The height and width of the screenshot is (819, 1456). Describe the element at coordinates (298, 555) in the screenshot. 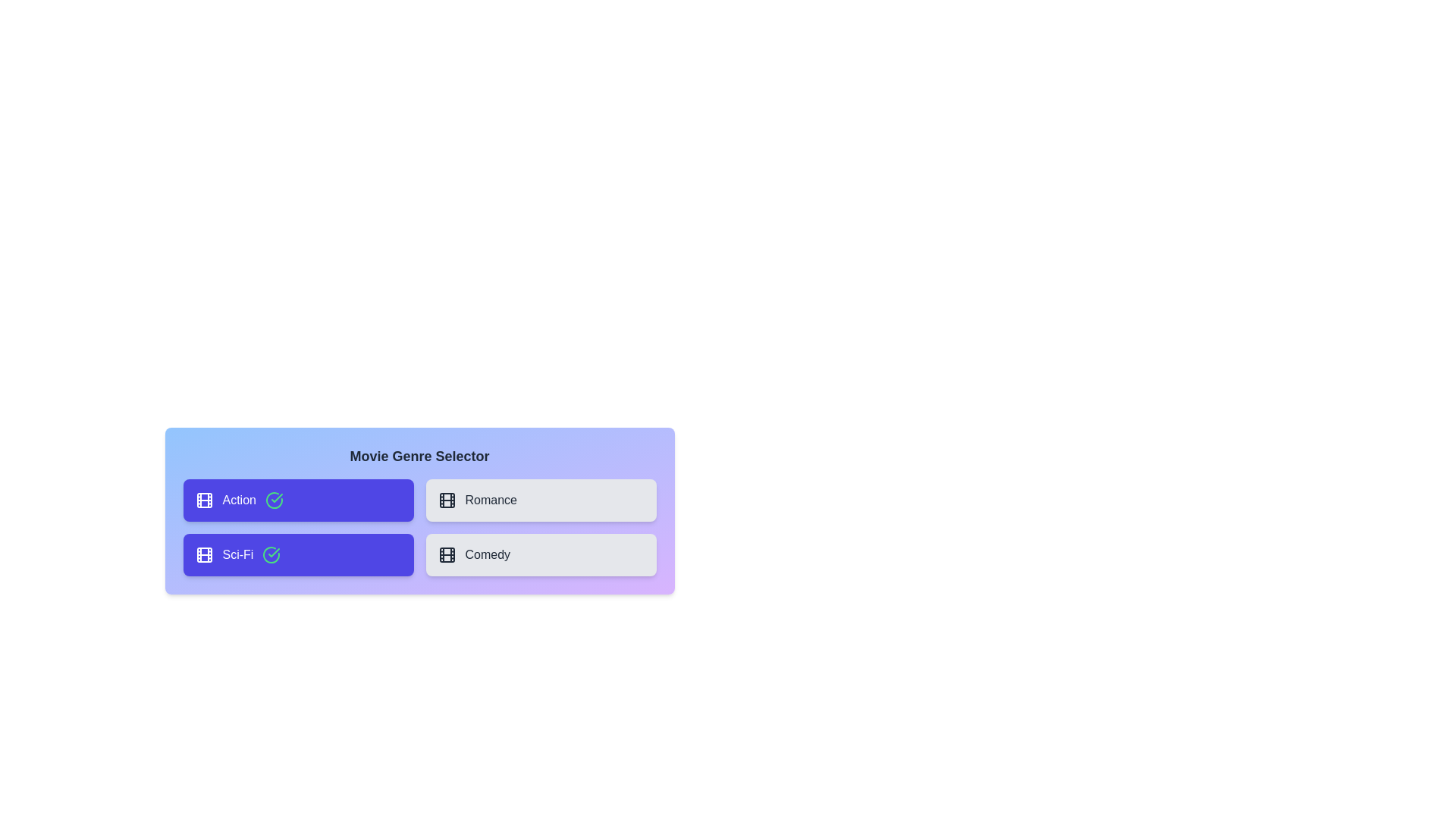

I see `the genre Sci-Fi by clicking its button` at that location.